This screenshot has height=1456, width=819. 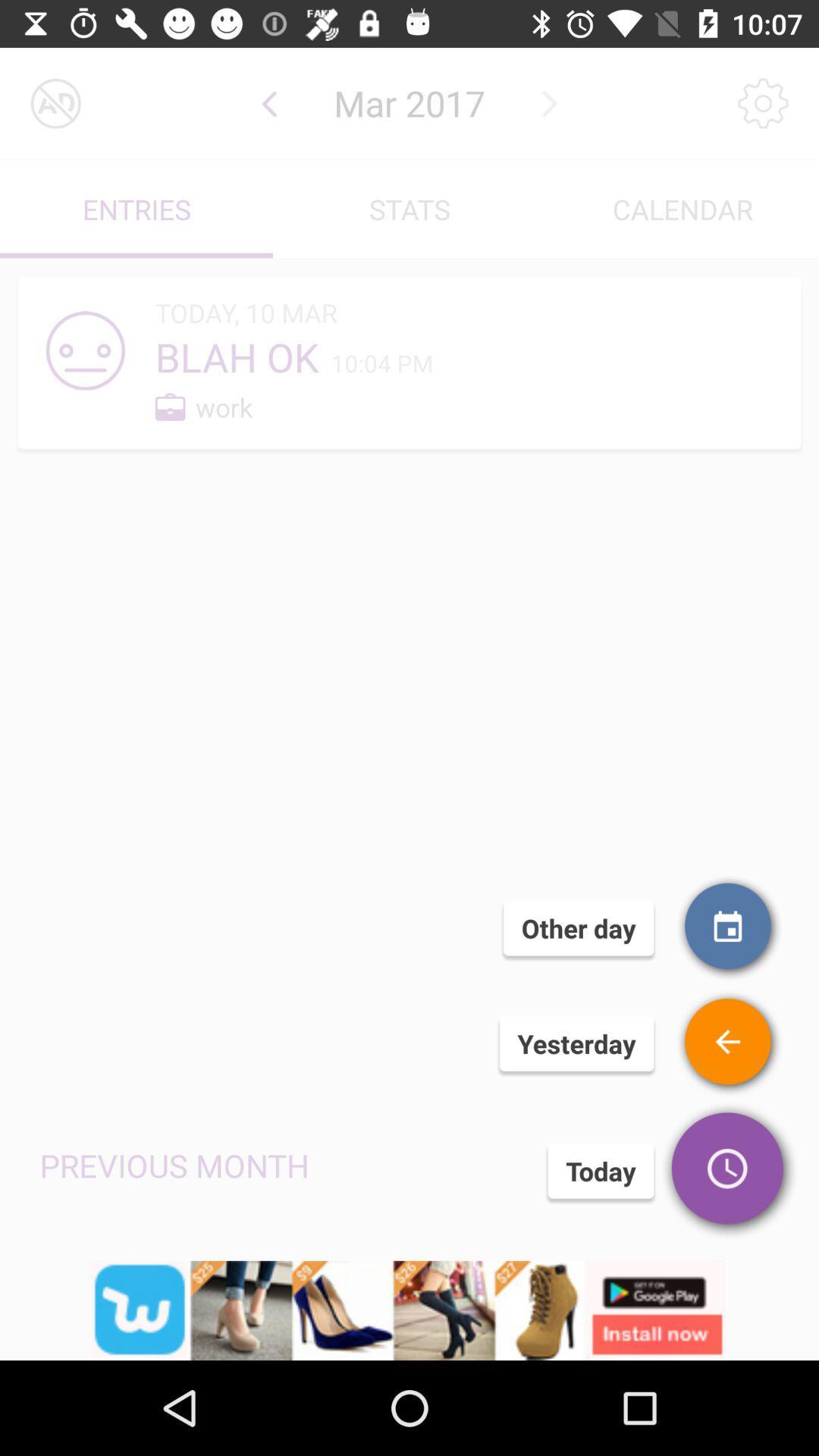 I want to click on settings, so click(x=763, y=102).